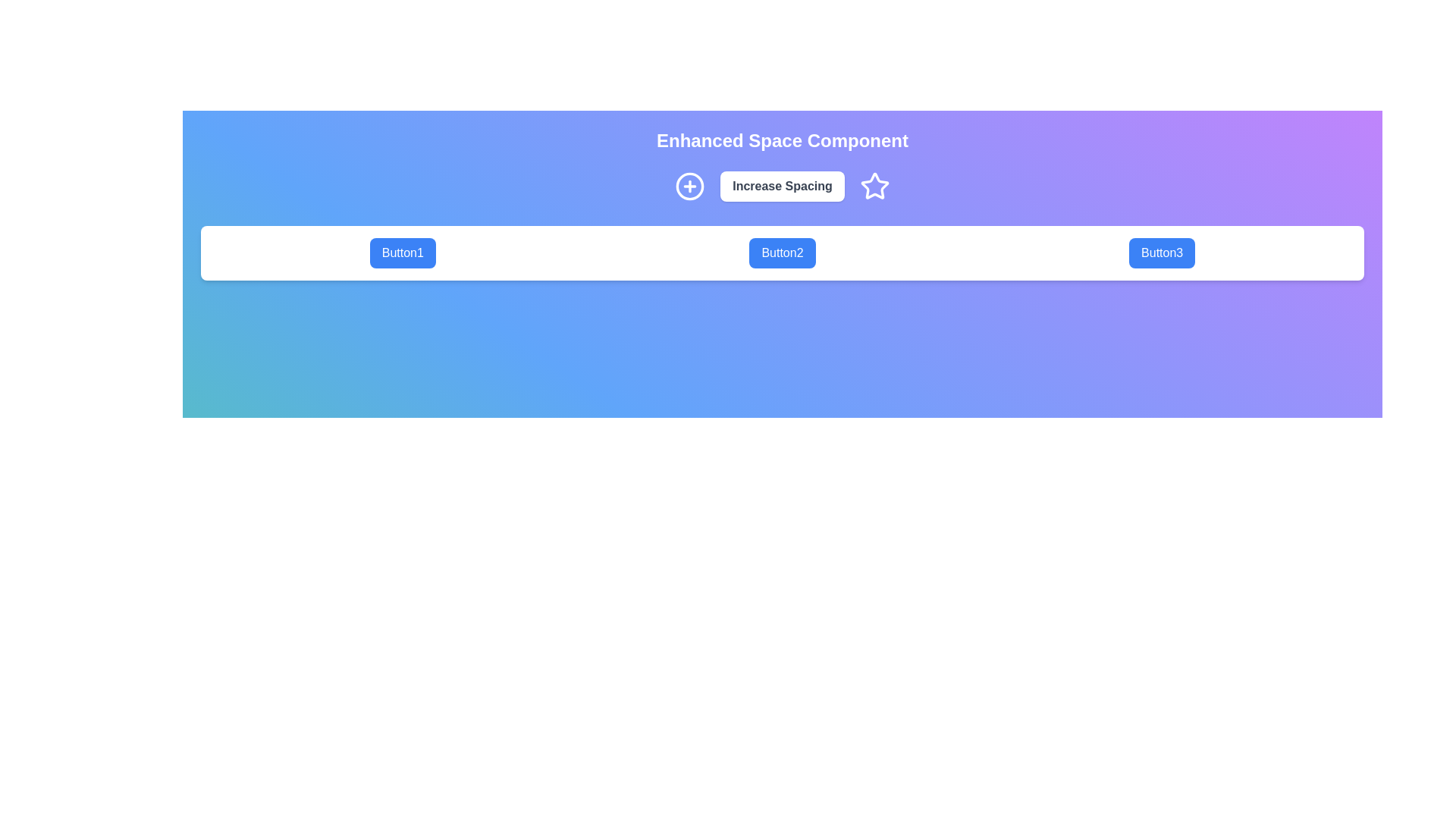 The width and height of the screenshot is (1456, 819). I want to click on the '+' button located to the left of the 'Increase Spacing' button, so click(689, 186).